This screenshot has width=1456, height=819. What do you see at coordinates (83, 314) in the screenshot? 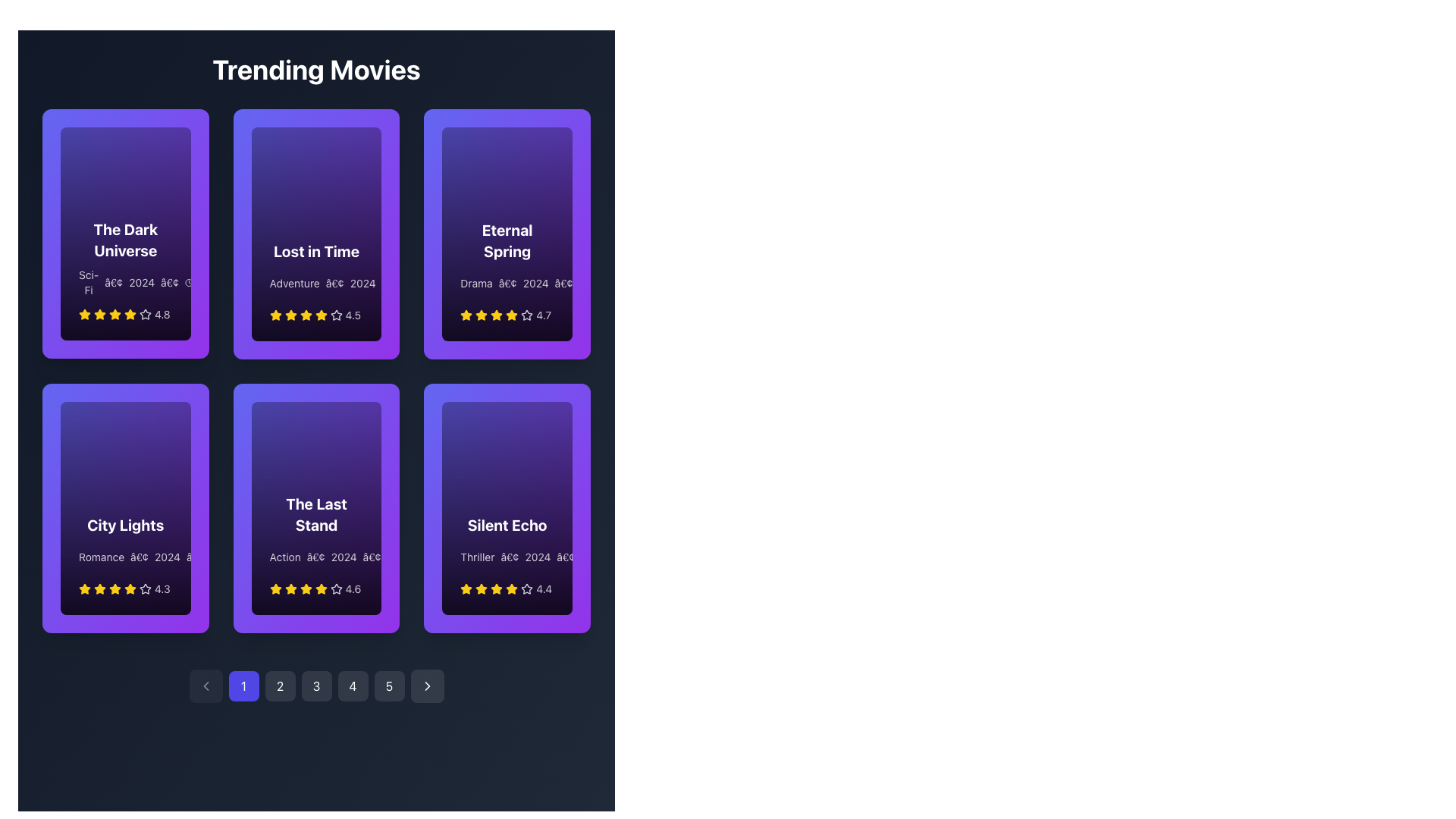
I see `the first star icon in the rating section beneath the movie title 'The Dark Universe' to indicate its rating` at bounding box center [83, 314].